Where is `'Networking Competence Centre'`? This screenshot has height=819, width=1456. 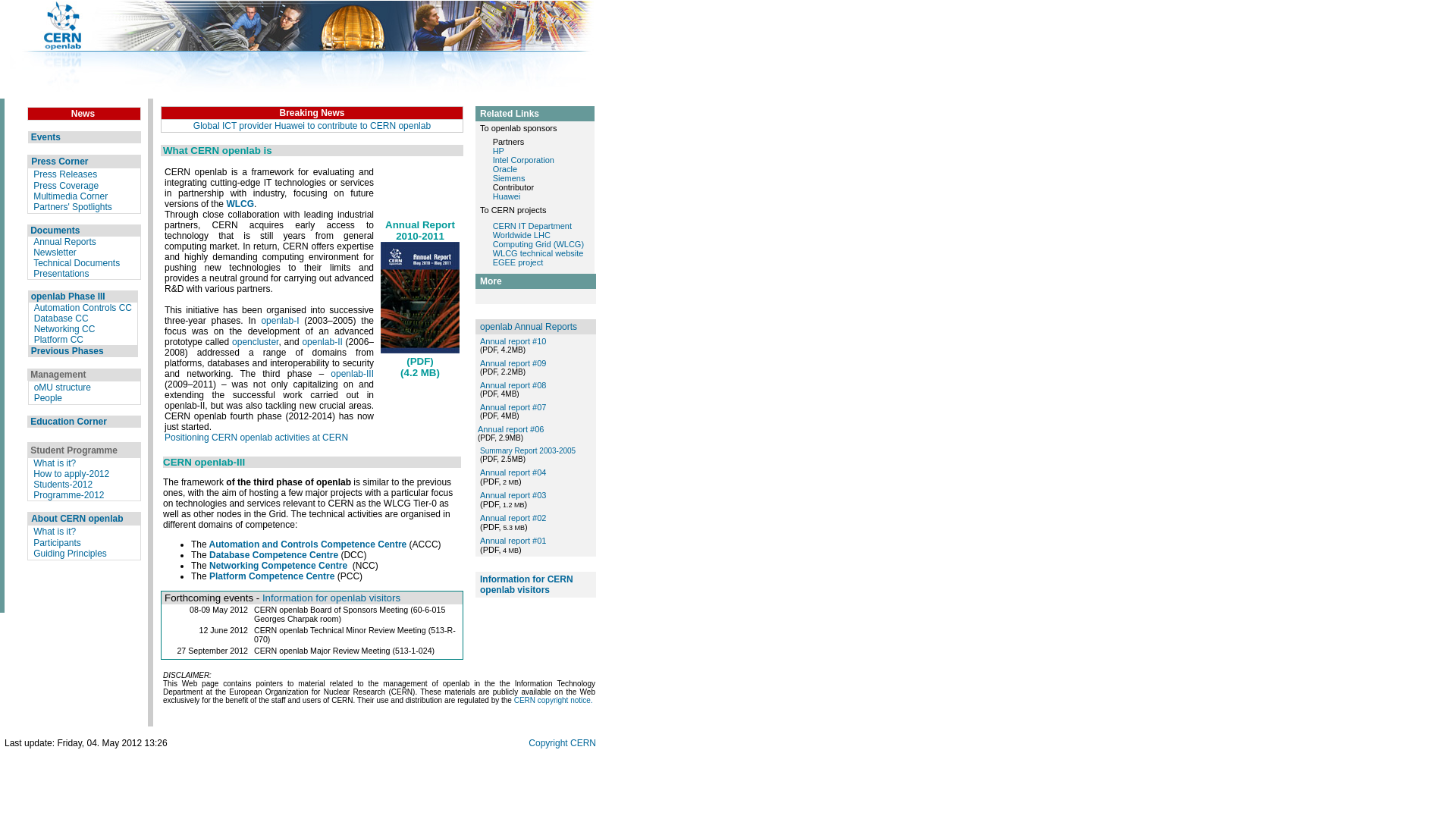
'Networking Competence Centre' is located at coordinates (278, 565).